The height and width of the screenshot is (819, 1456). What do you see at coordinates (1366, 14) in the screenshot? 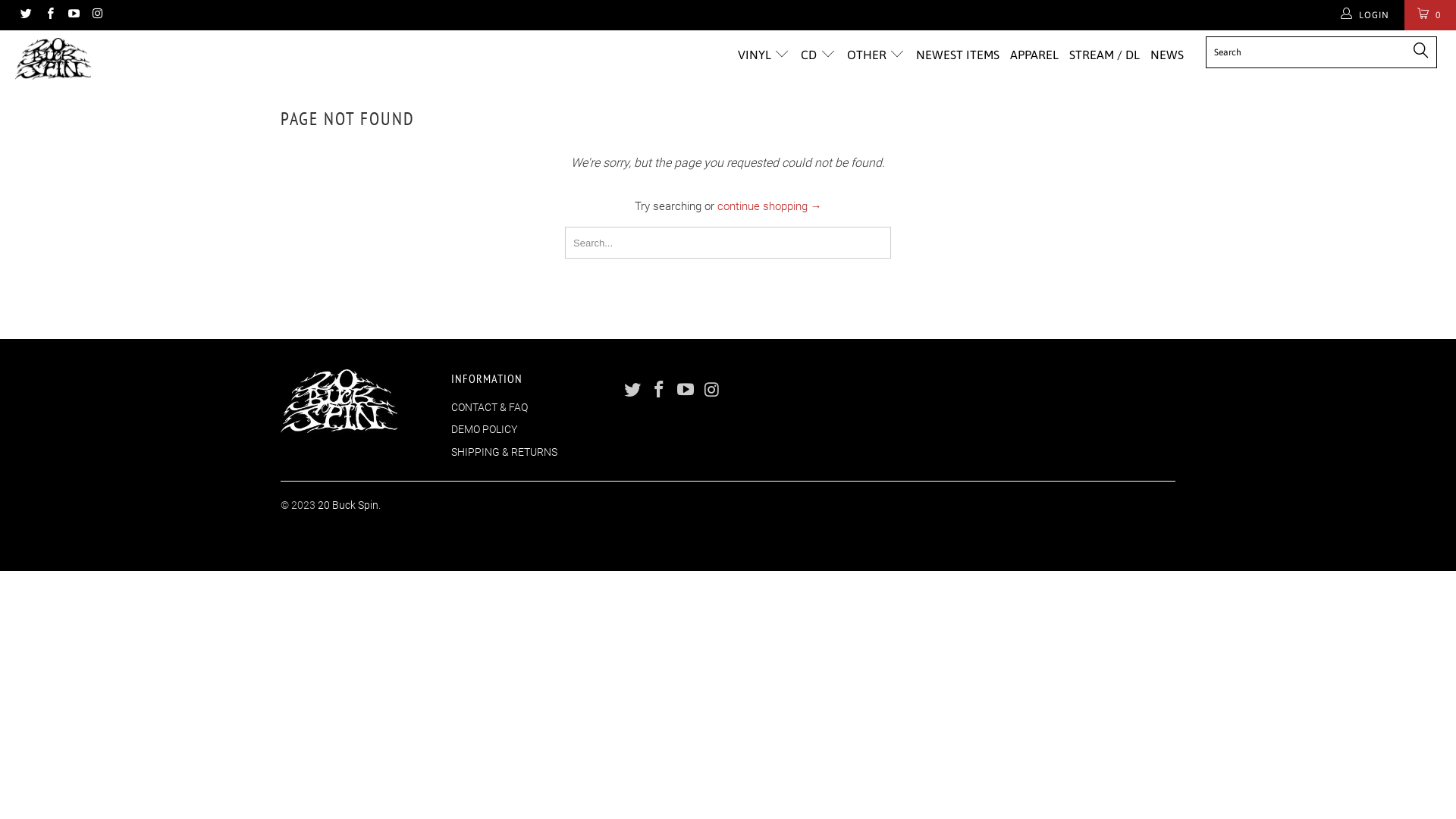
I see `'LOGIN'` at bounding box center [1366, 14].